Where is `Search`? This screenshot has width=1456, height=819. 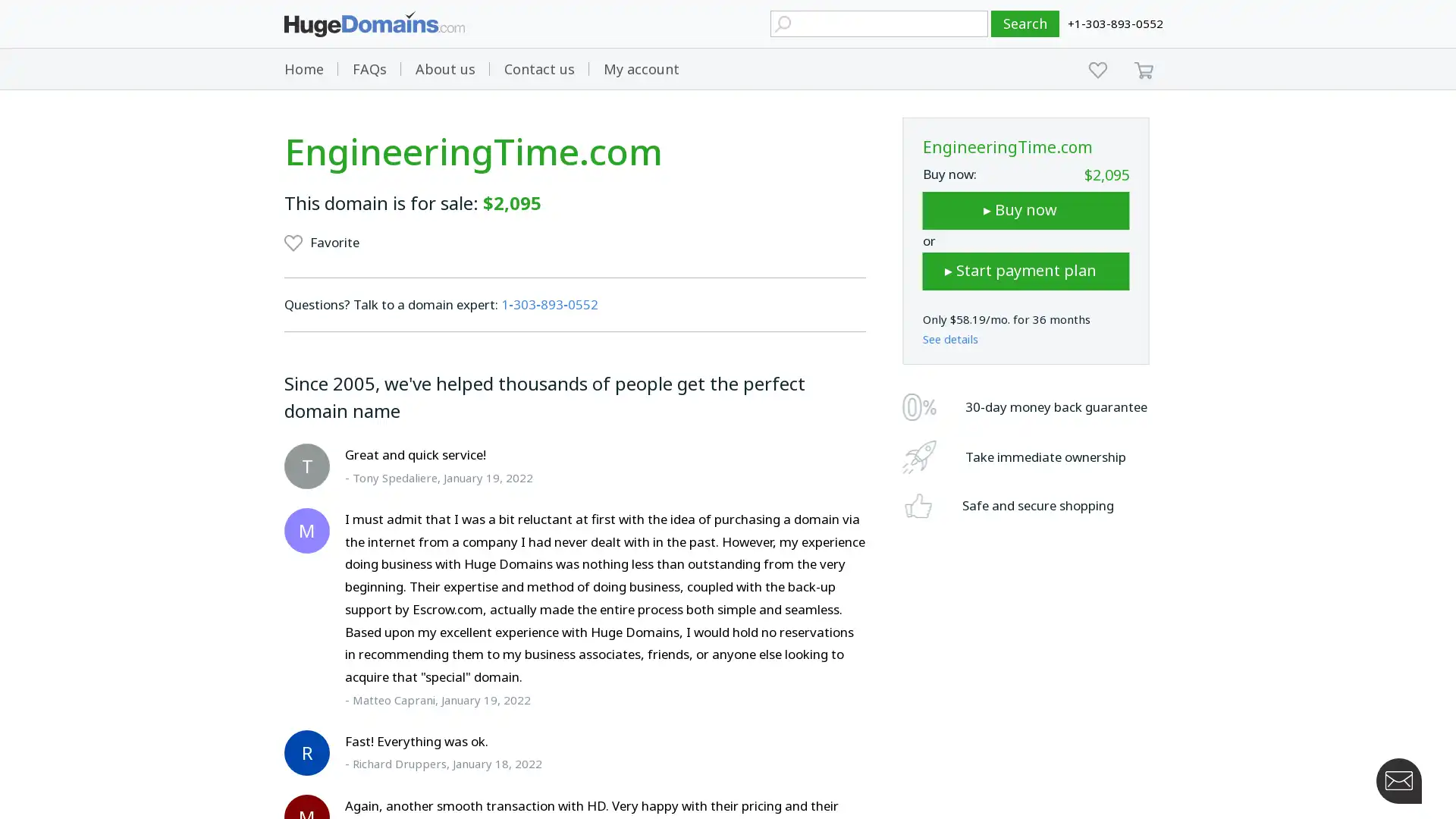 Search is located at coordinates (1025, 24).